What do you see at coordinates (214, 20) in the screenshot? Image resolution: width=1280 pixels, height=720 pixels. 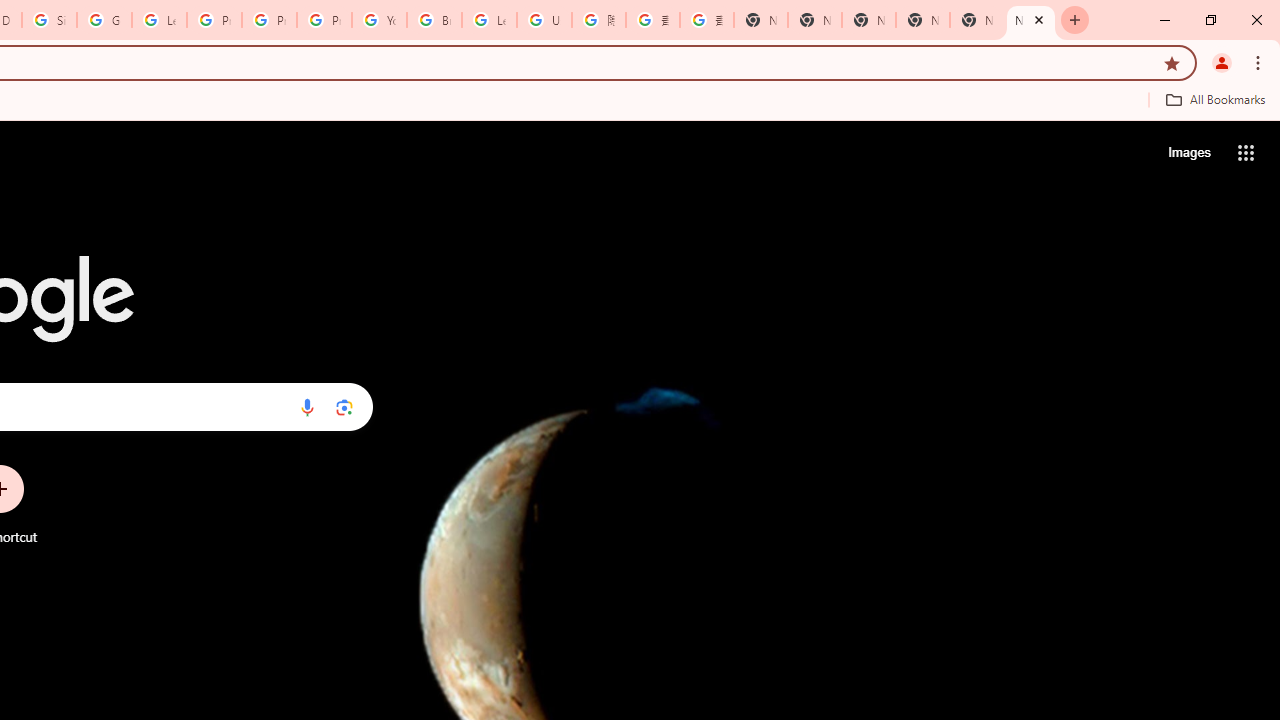 I see `'Privacy Help Center - Policies Help'` at bounding box center [214, 20].